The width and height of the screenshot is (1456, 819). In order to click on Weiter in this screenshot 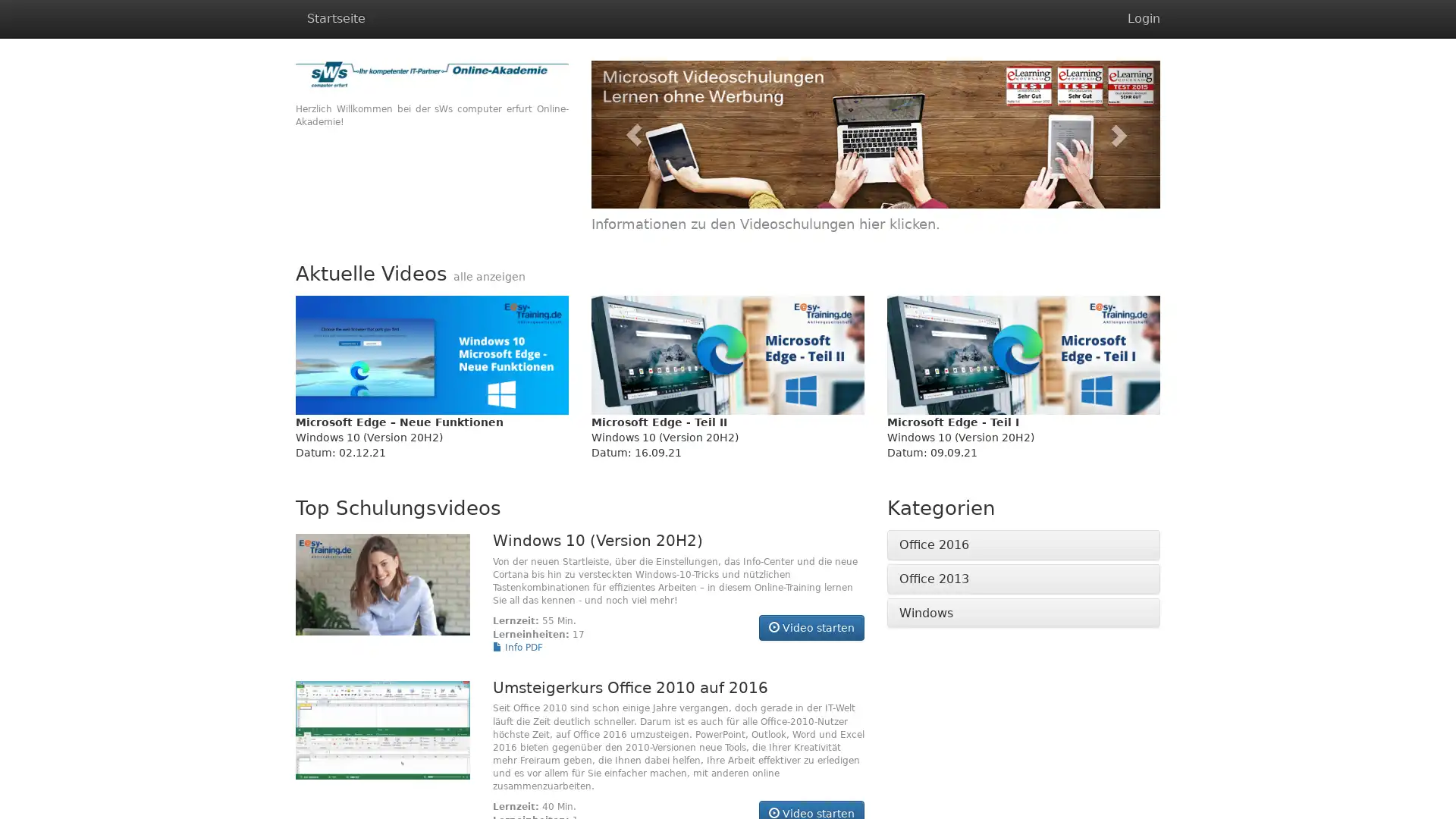, I will do `click(1117, 133)`.